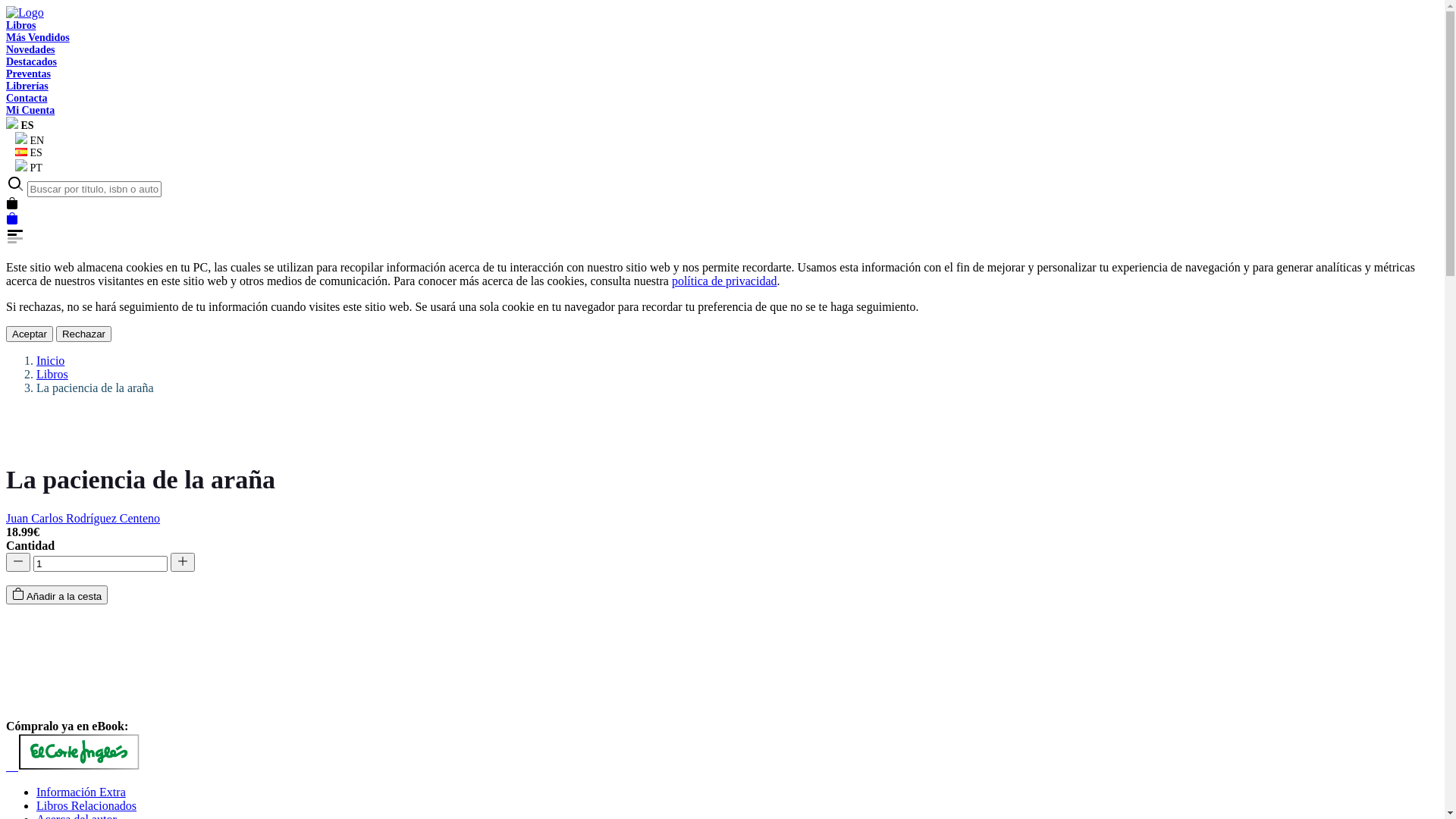 This screenshot has height=819, width=1456. Describe the element at coordinates (20, 25) in the screenshot. I see `'Libros'` at that location.